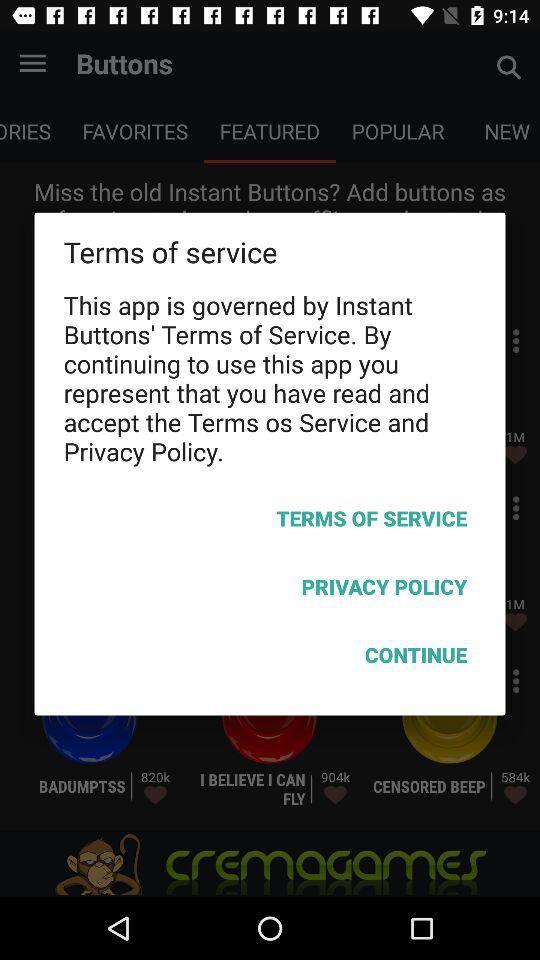 The width and height of the screenshot is (540, 960). I want to click on the continue icon, so click(270, 657).